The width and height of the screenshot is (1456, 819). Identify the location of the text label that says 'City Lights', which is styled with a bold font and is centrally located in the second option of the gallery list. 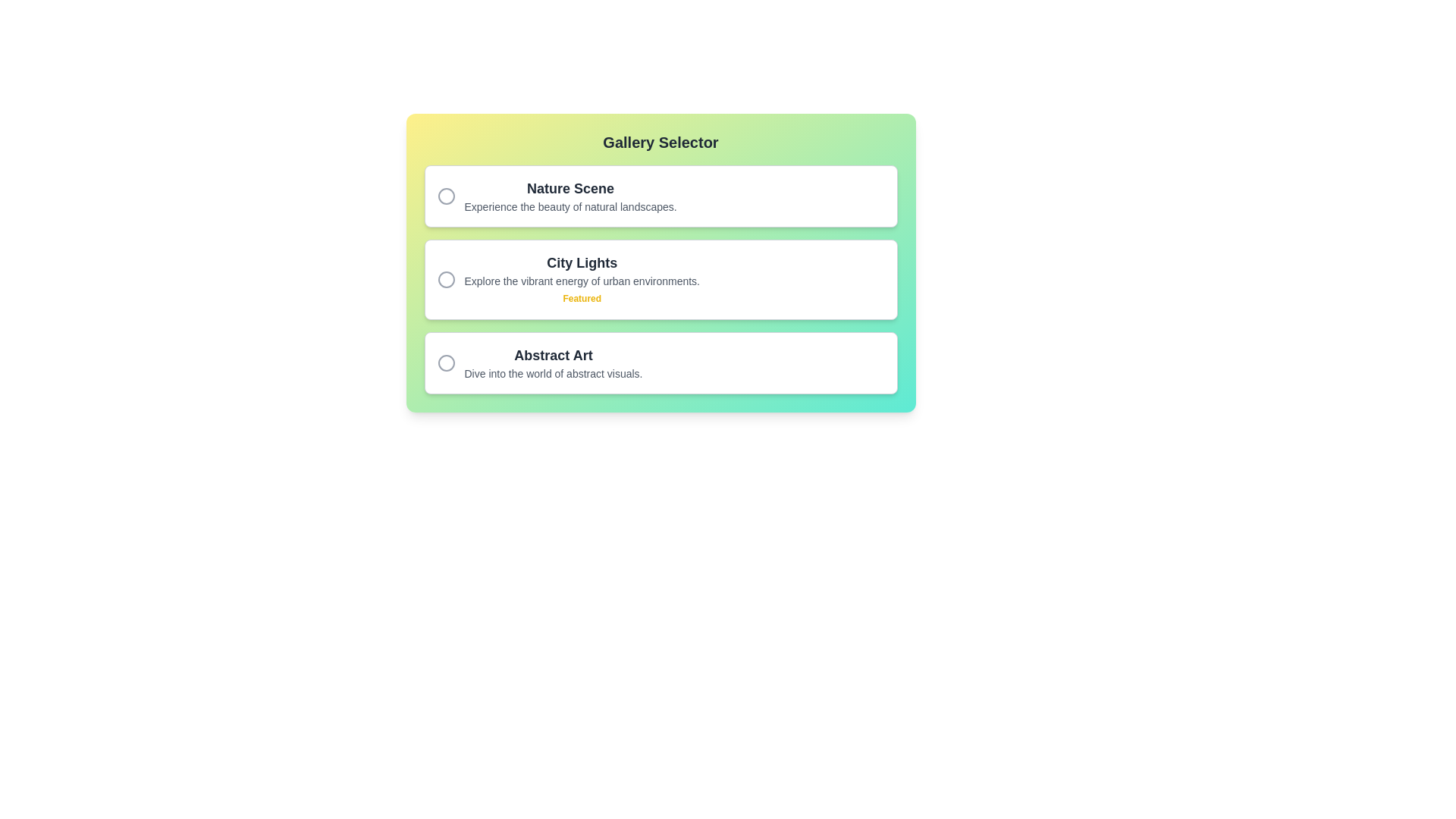
(581, 262).